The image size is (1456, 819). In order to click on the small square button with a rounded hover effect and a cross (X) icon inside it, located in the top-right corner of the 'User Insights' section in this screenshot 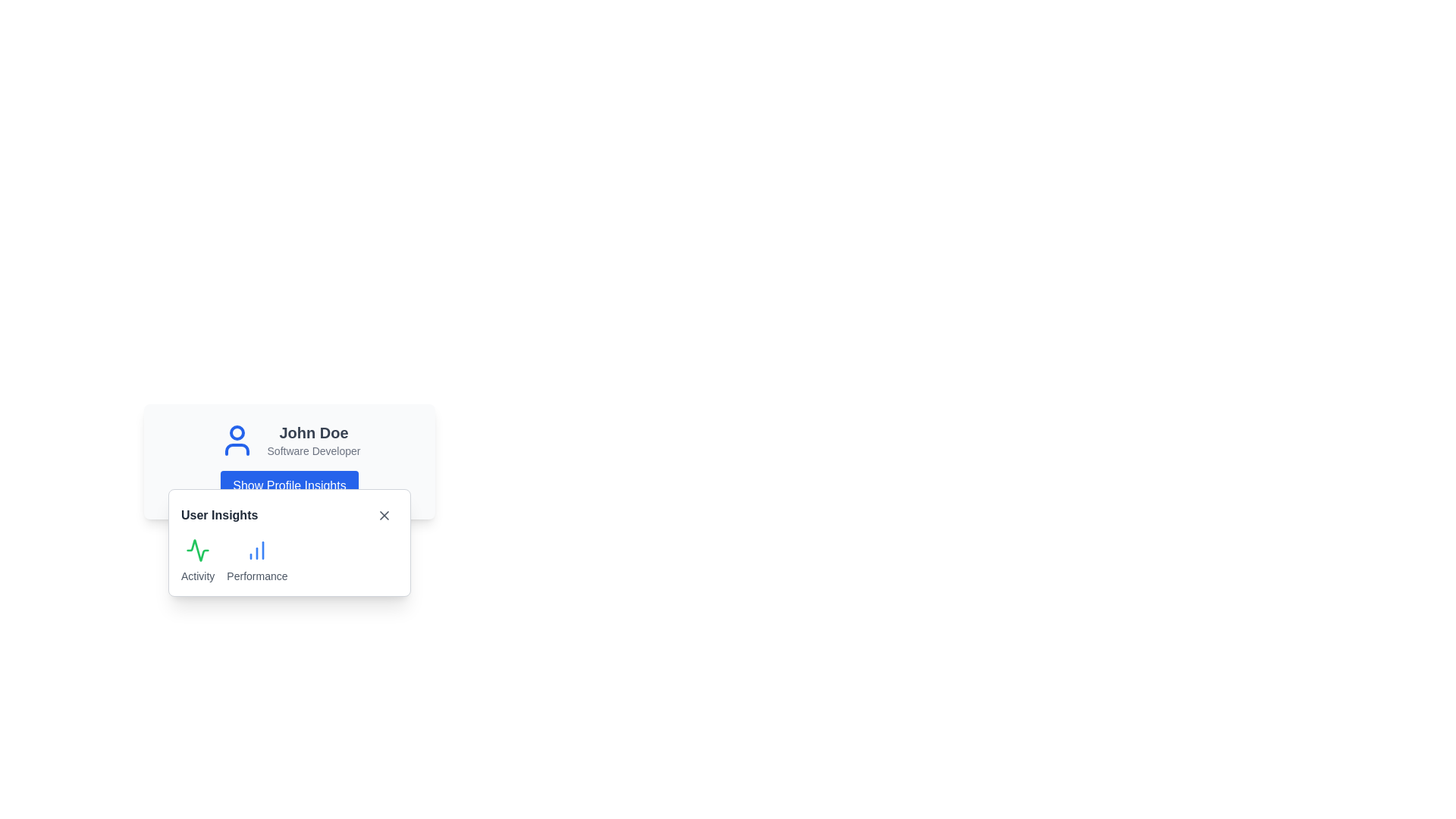, I will do `click(384, 514)`.